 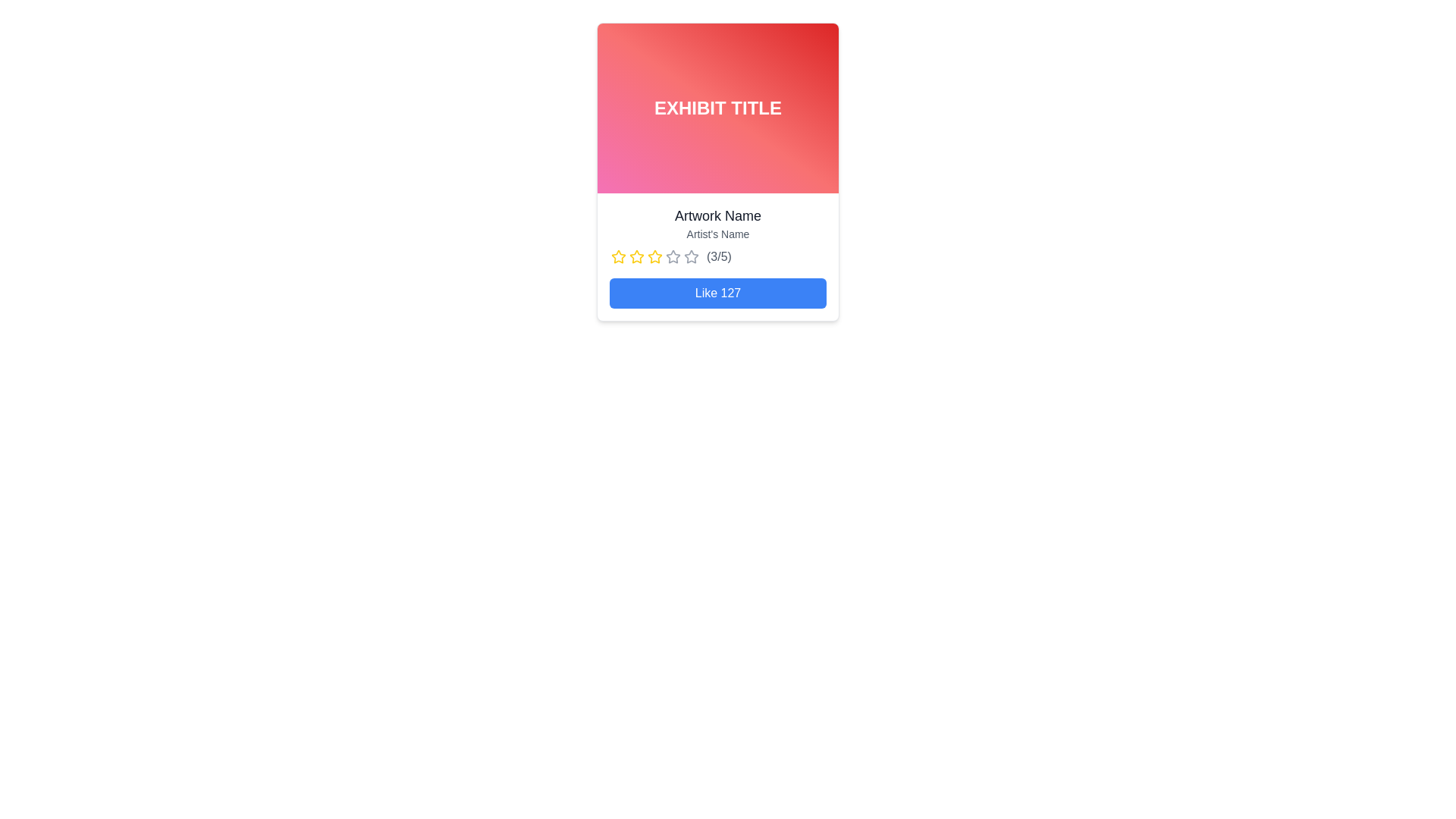 What do you see at coordinates (717, 107) in the screenshot?
I see `the static text label displaying 'Exhibit Title' in bold, uppercase white font against a pink to red gradient background, located at the upper section of the card-like component` at bounding box center [717, 107].